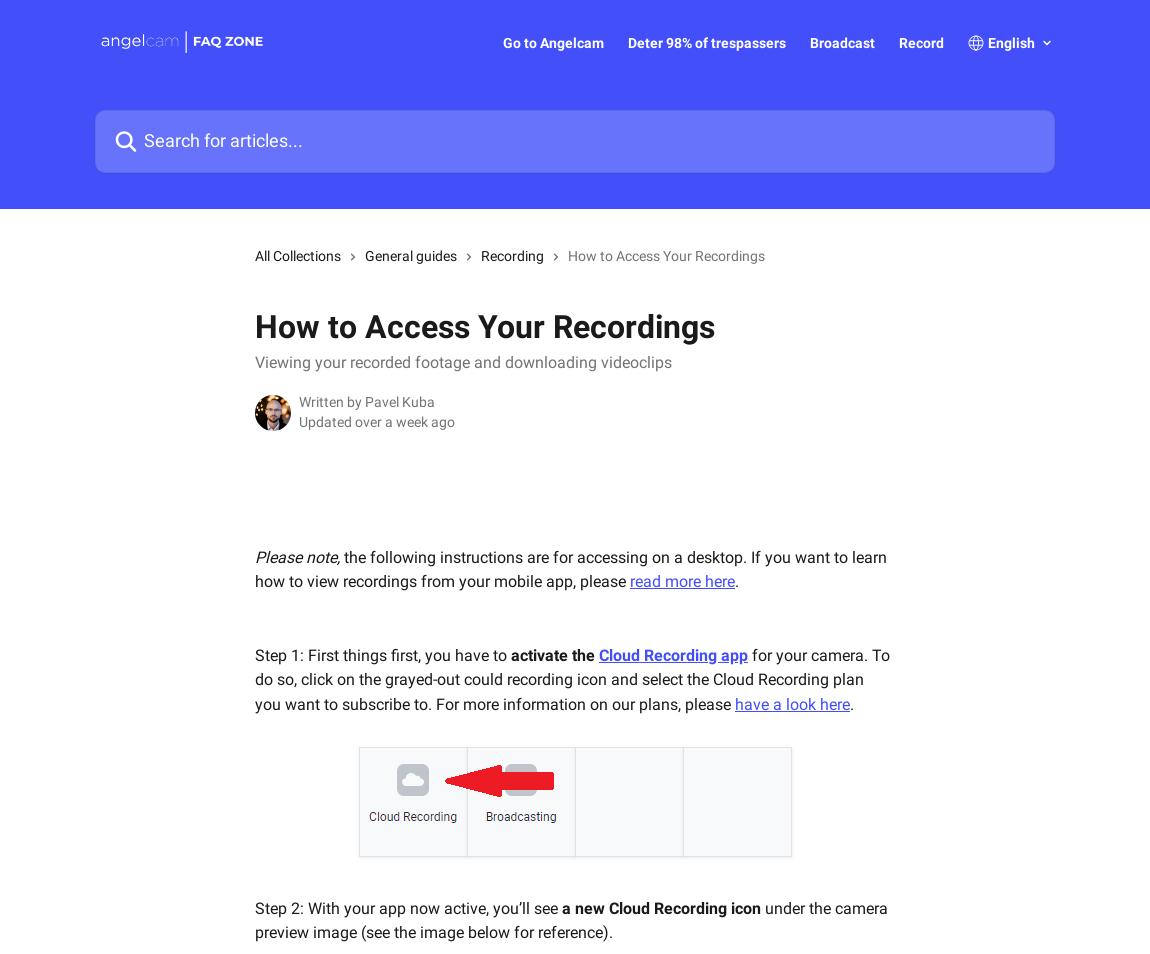 The height and width of the screenshot is (954, 1150). What do you see at coordinates (672, 653) in the screenshot?
I see `'Cloud Recording app'` at bounding box center [672, 653].